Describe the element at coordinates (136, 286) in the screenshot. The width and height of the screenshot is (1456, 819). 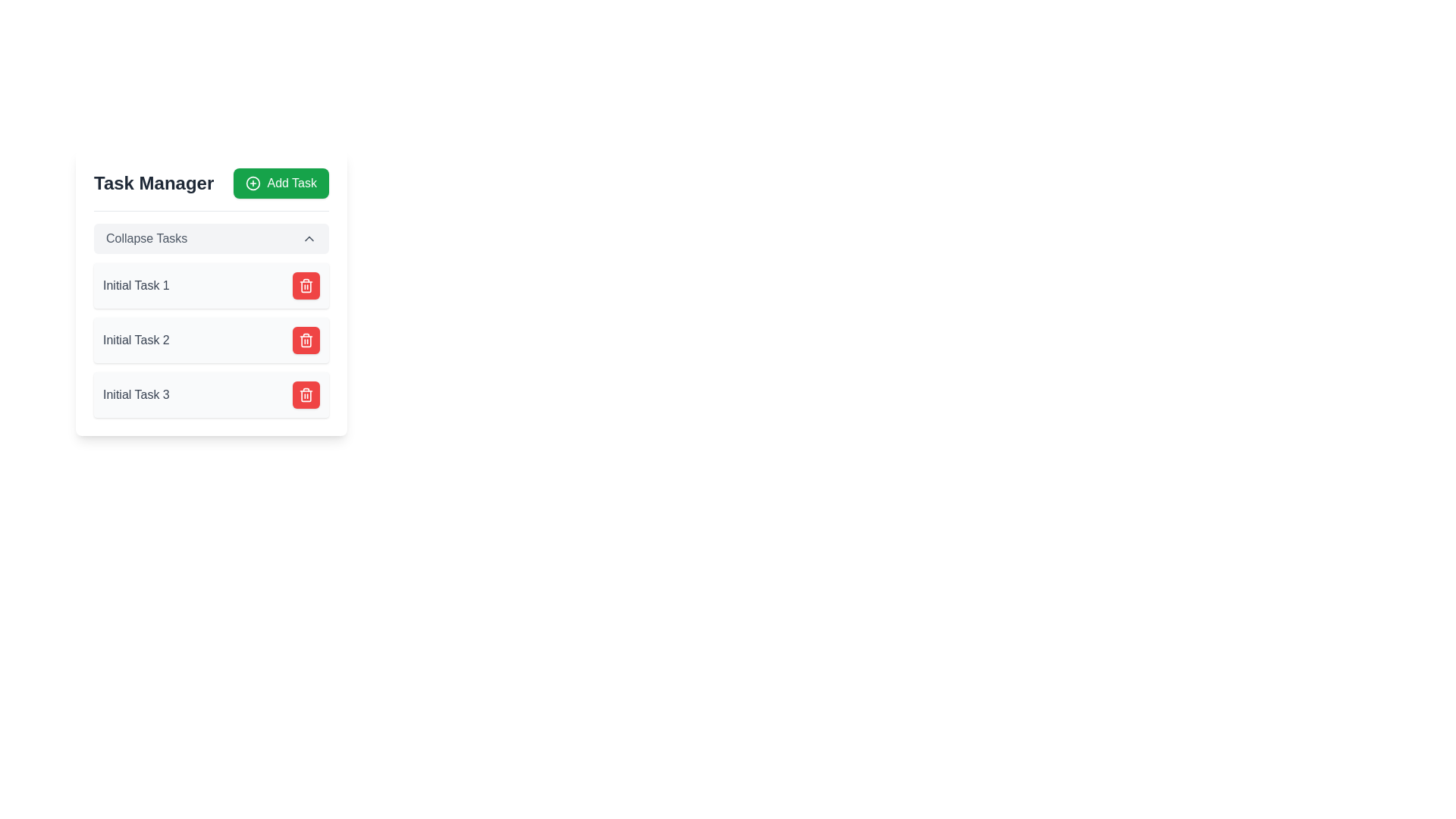
I see `the text label that reads 'Initial Task 1', which is styled with medium-sized gray font and is located in the first row of tasks under the 'Task Manager' heading, aligned to the left of a delete icon button` at that location.